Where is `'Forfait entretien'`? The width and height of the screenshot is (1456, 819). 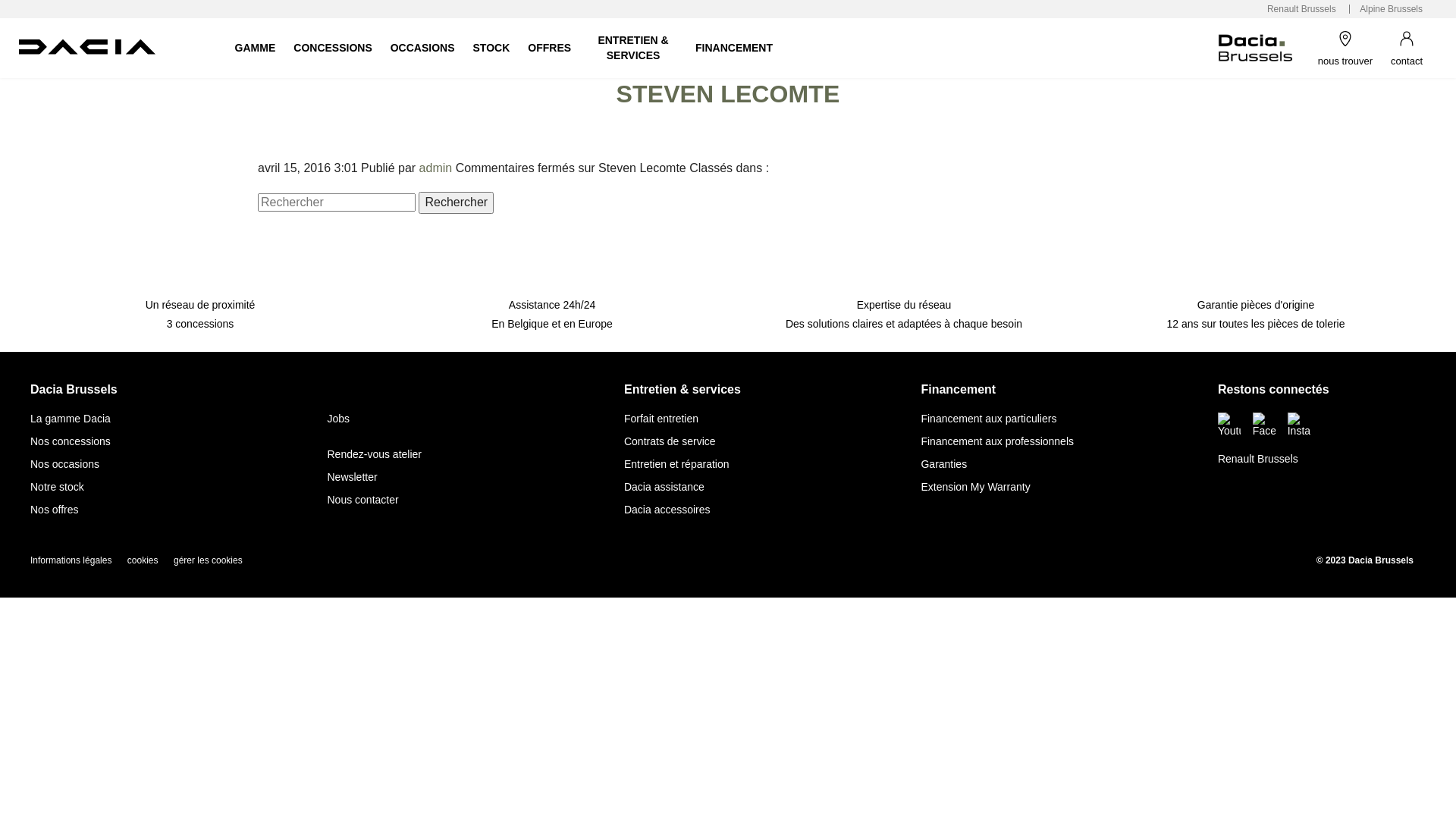
'Forfait entretien' is located at coordinates (661, 418).